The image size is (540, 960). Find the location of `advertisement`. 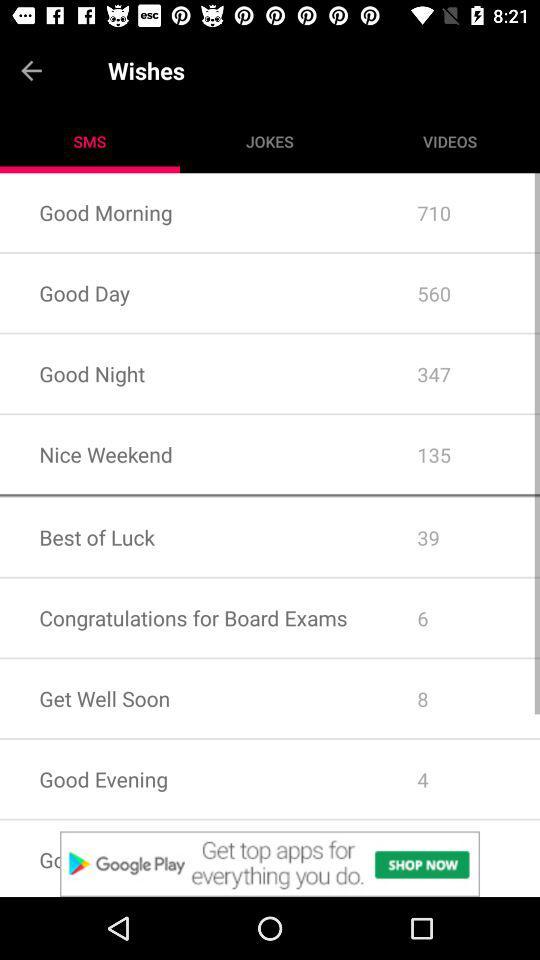

advertisement is located at coordinates (270, 863).